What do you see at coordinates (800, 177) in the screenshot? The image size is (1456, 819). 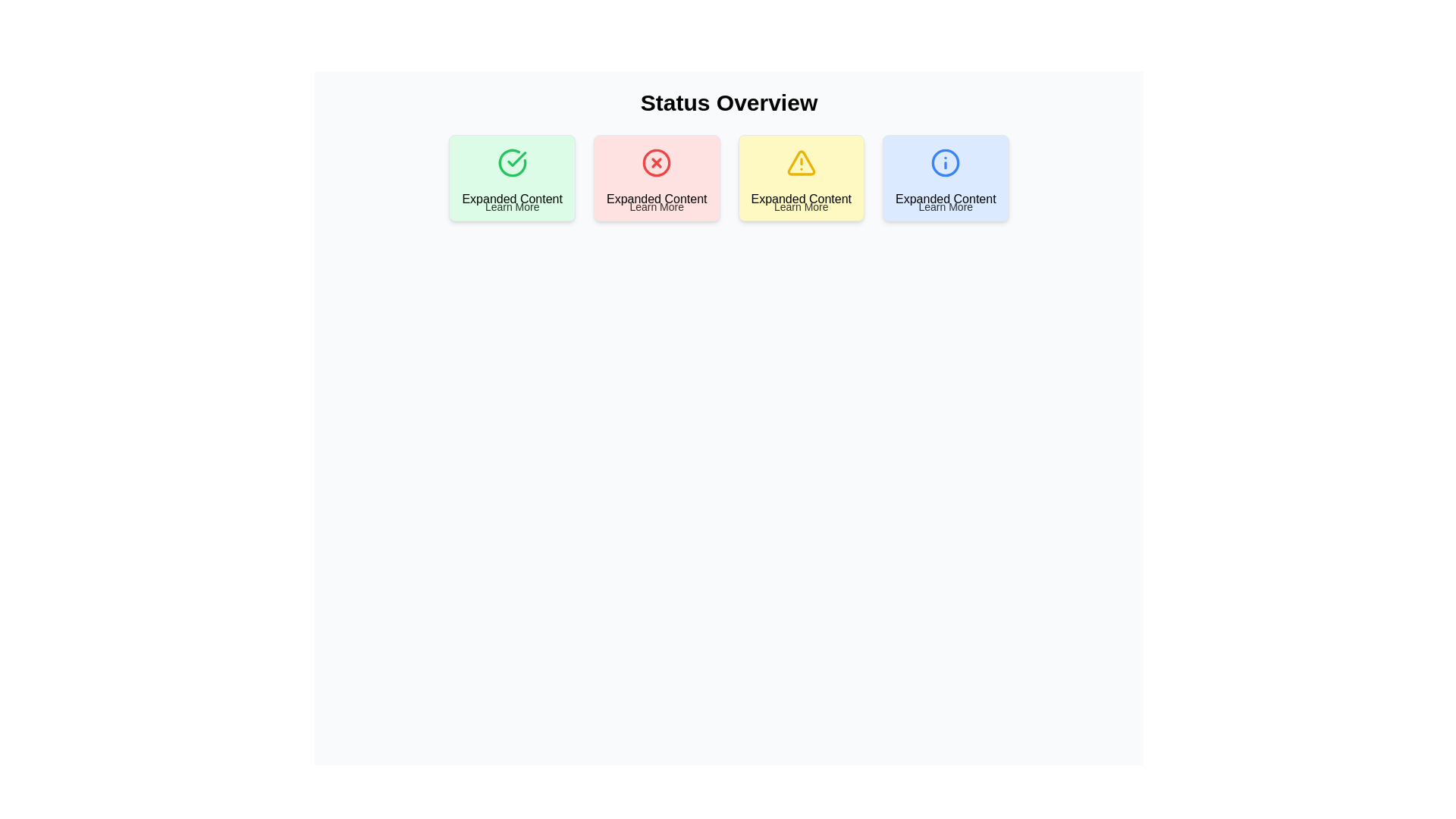 I see `the interactive card with a yellow background that serves as a status indicator and contains a 'Learn More' link, located as the third element in a horizontal grid of four` at bounding box center [800, 177].